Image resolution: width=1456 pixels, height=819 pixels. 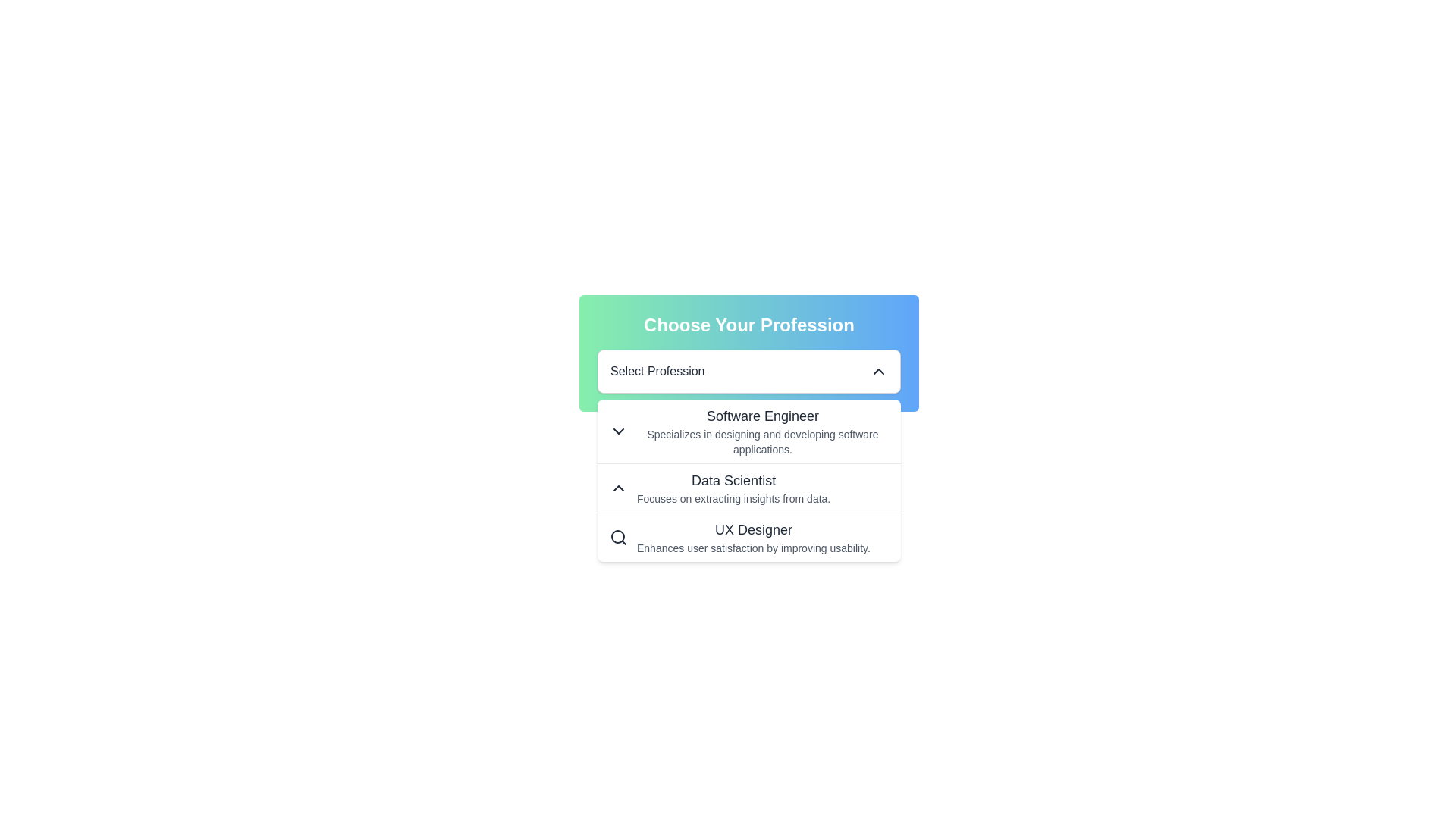 I want to click on the magnifying glass icon representing the search functionality for the 'UX Designer' option in the 'Choose Your Profession' dropdown, so click(x=619, y=537).